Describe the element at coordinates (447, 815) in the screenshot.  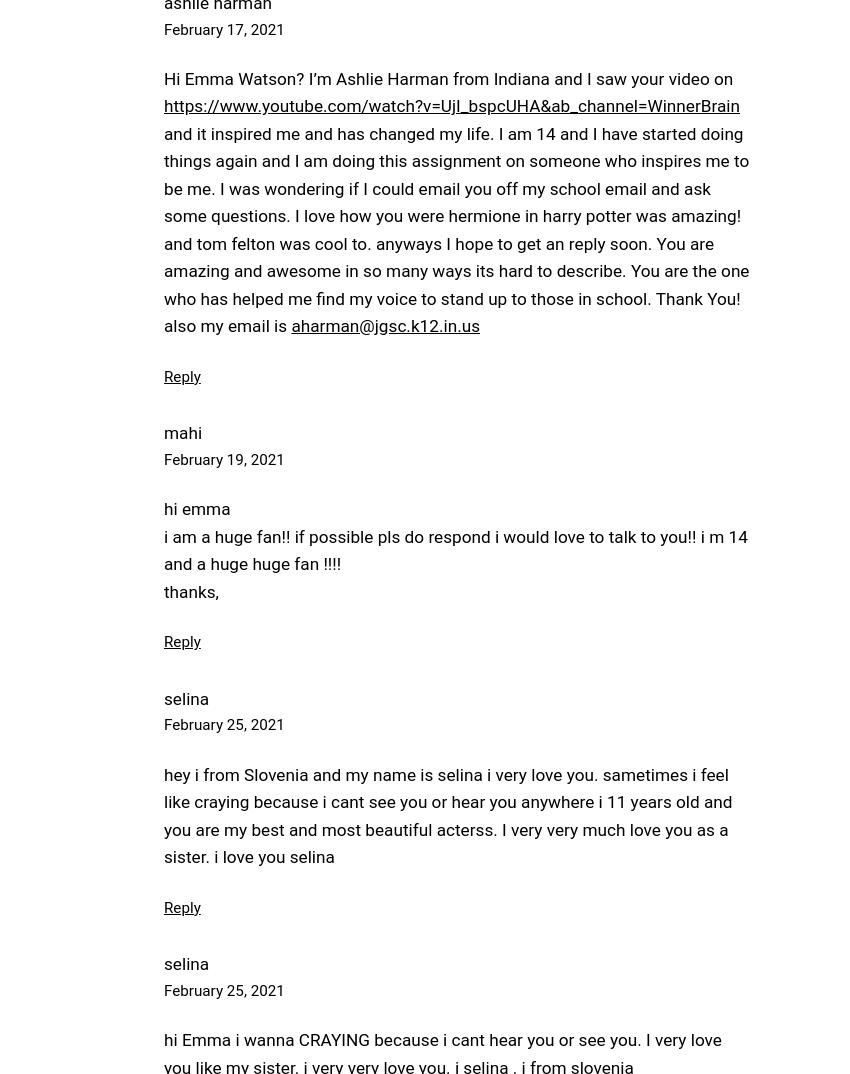
I see `'hey i from Slovenia and my name is selina i very love you. sametimes i feel like craying because i cant see you or hear you anywhere i 11 years old and you are my best and most beautiful acterss. I very  very much love you as a sister. i love you selina'` at that location.